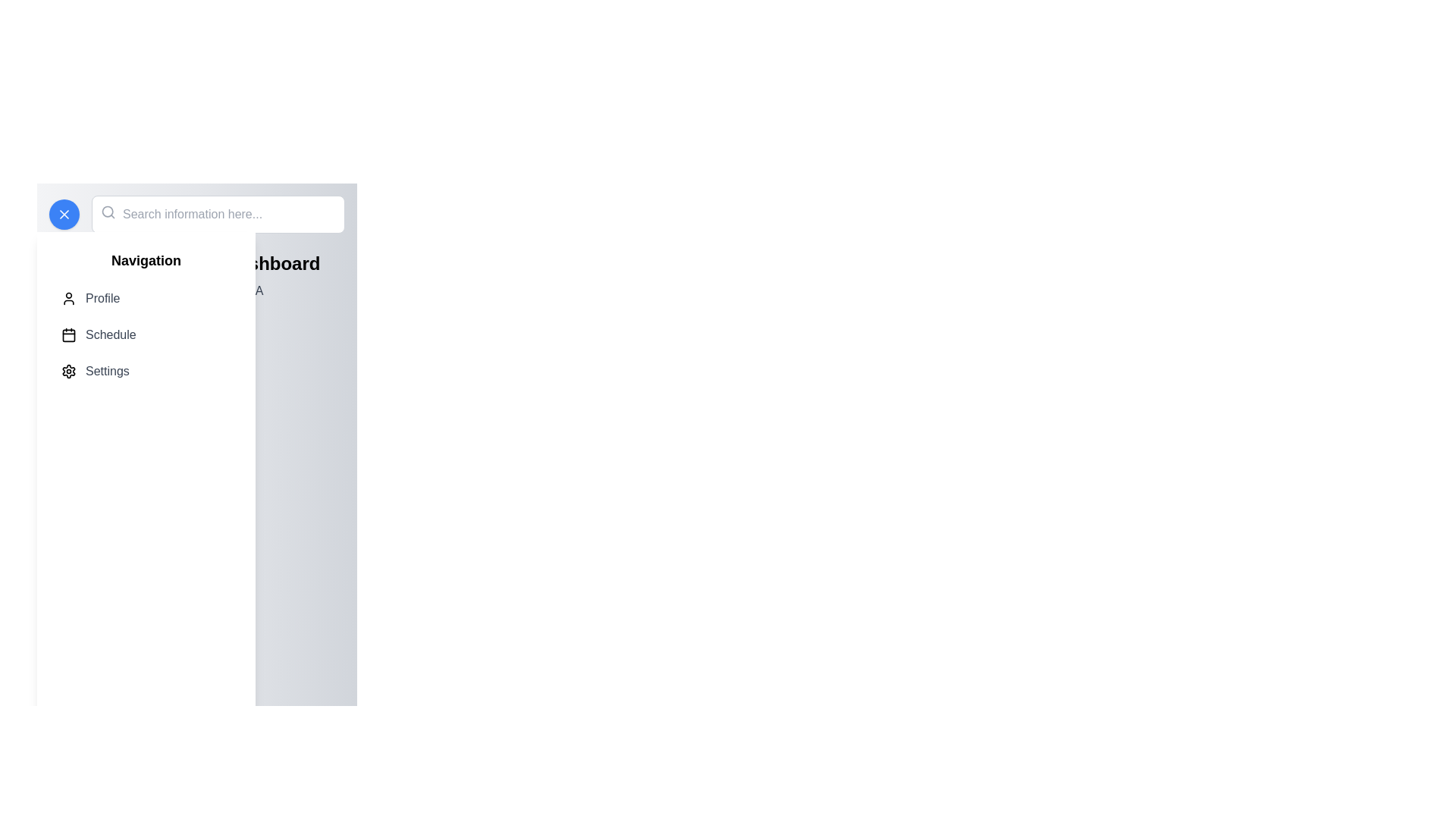 The width and height of the screenshot is (1456, 819). What do you see at coordinates (68, 371) in the screenshot?
I see `the settings icon located at the bottom of the vertical navigation menu on the left side of the interface` at bounding box center [68, 371].